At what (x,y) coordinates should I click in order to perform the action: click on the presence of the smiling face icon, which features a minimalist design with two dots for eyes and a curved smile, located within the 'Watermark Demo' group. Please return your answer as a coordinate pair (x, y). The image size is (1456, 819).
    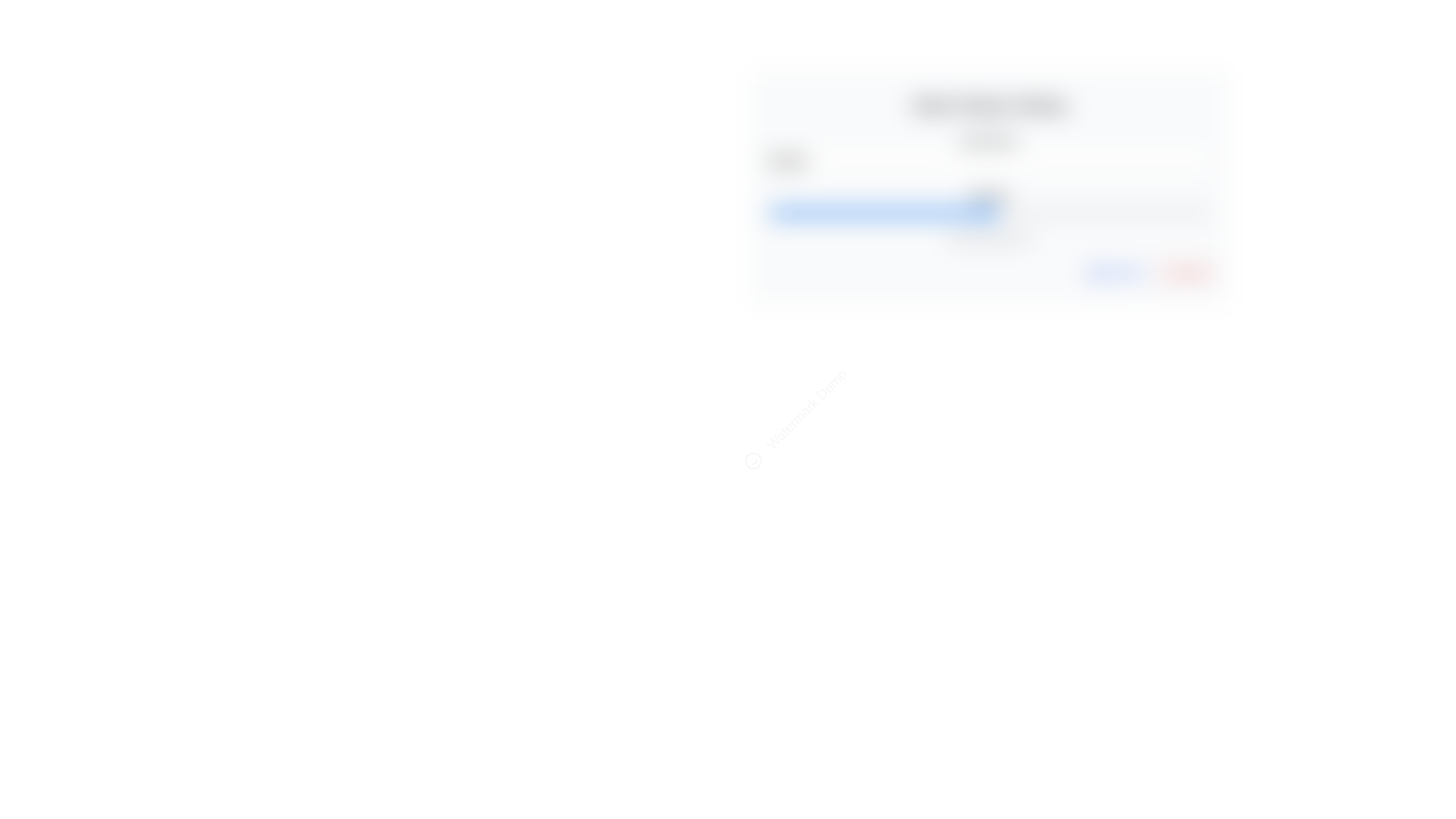
    Looking at the image, I should click on (753, 460).